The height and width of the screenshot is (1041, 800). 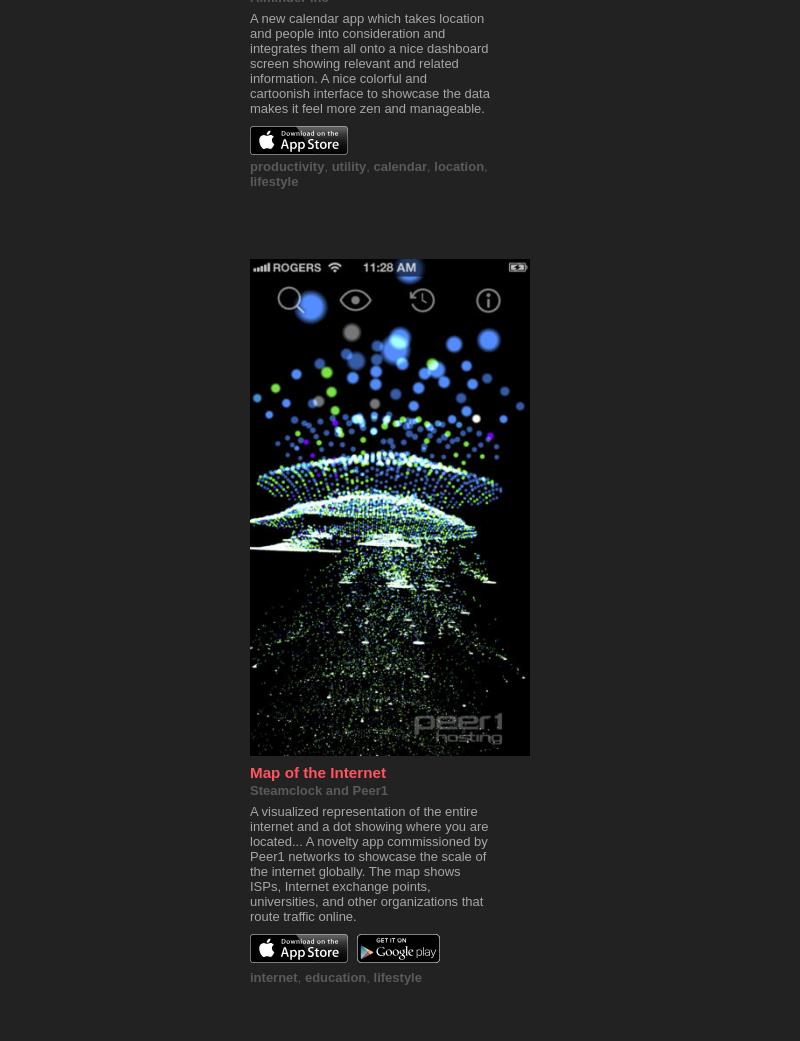 What do you see at coordinates (457, 166) in the screenshot?
I see `'location'` at bounding box center [457, 166].